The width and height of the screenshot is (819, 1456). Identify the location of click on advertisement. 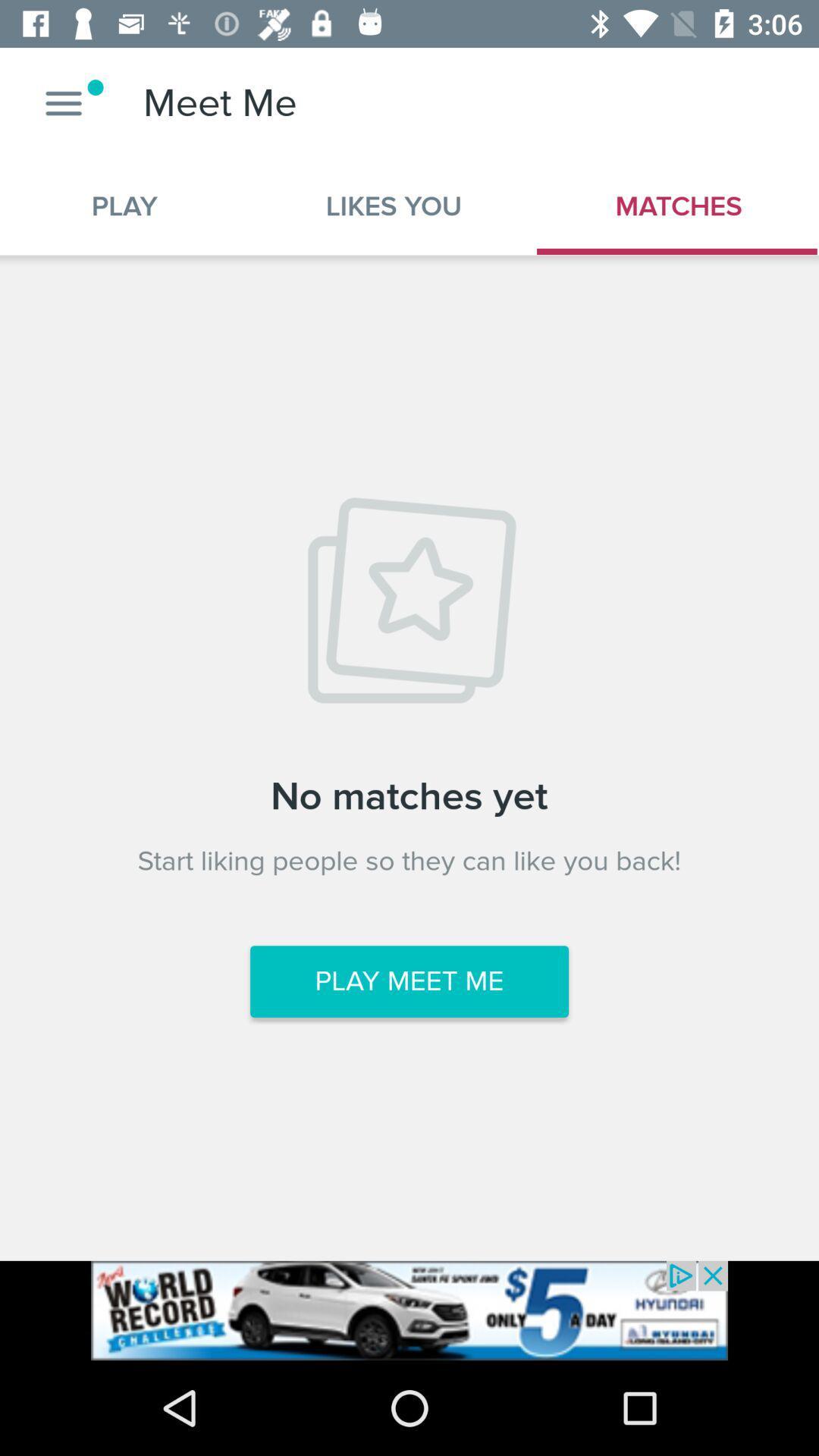
(409, 1310).